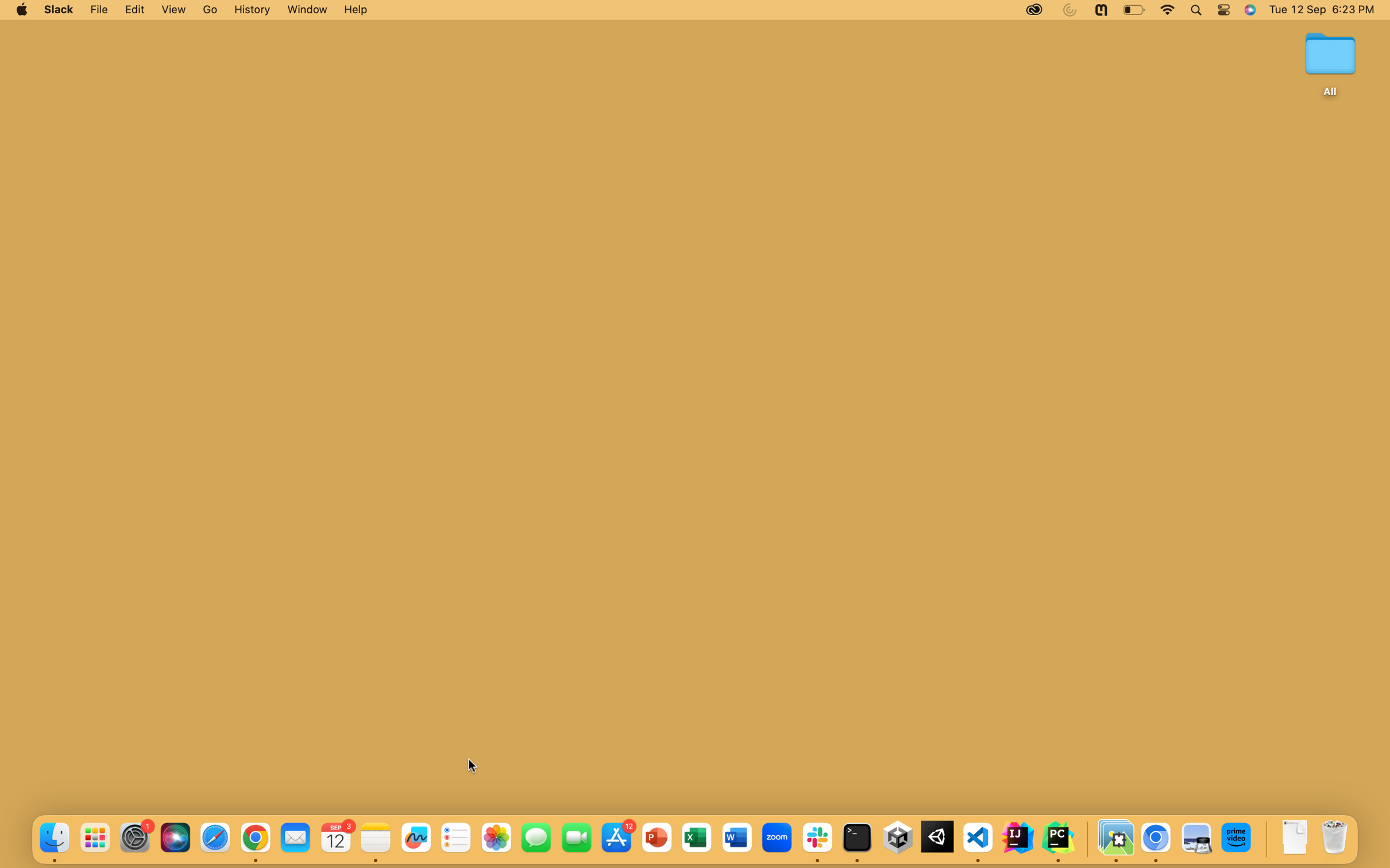  Describe the element at coordinates (1195, 10) in the screenshot. I see `Through the search feature, identify and open the Calculator App` at that location.